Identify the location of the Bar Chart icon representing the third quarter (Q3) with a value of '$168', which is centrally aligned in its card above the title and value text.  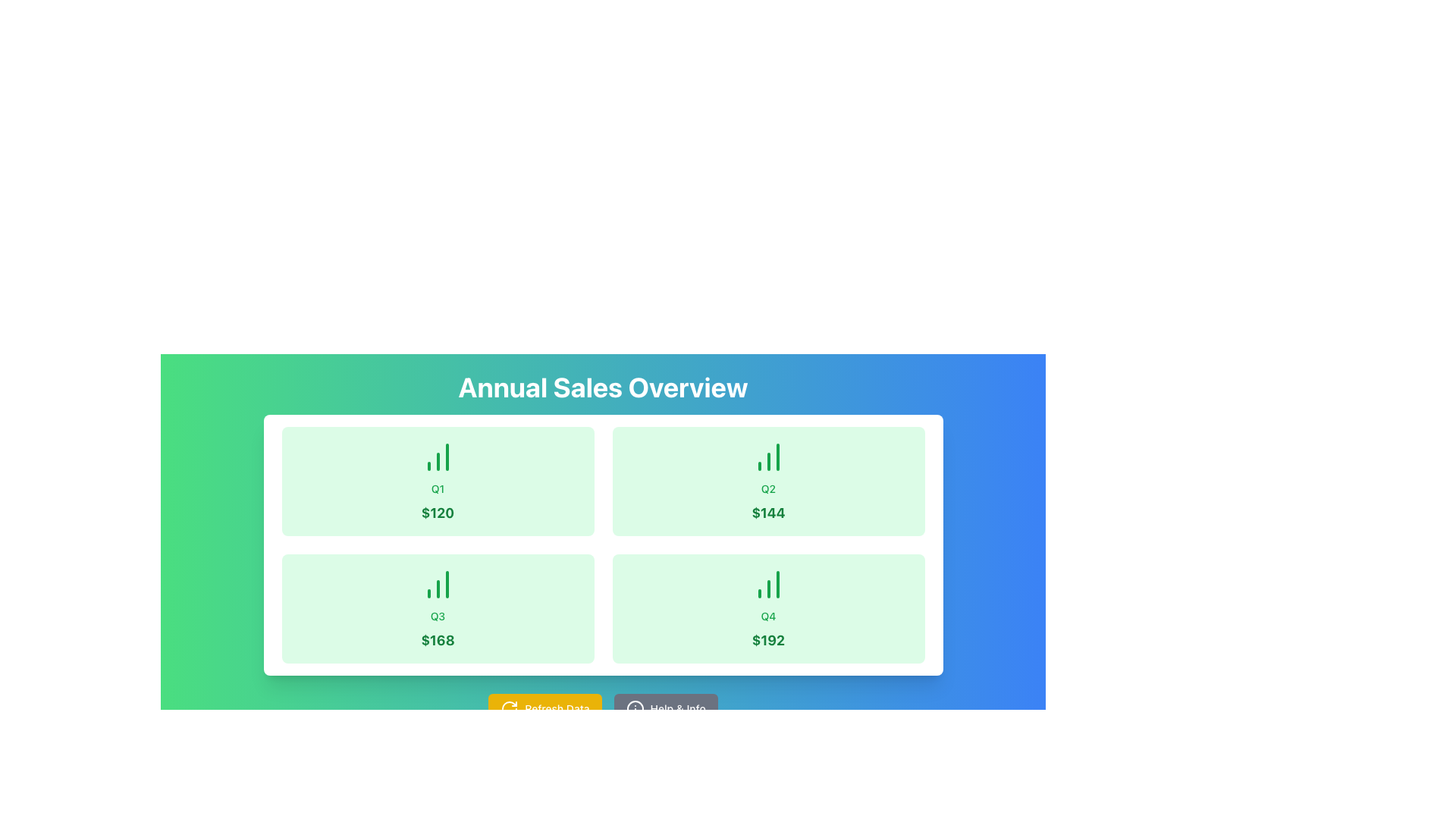
(437, 584).